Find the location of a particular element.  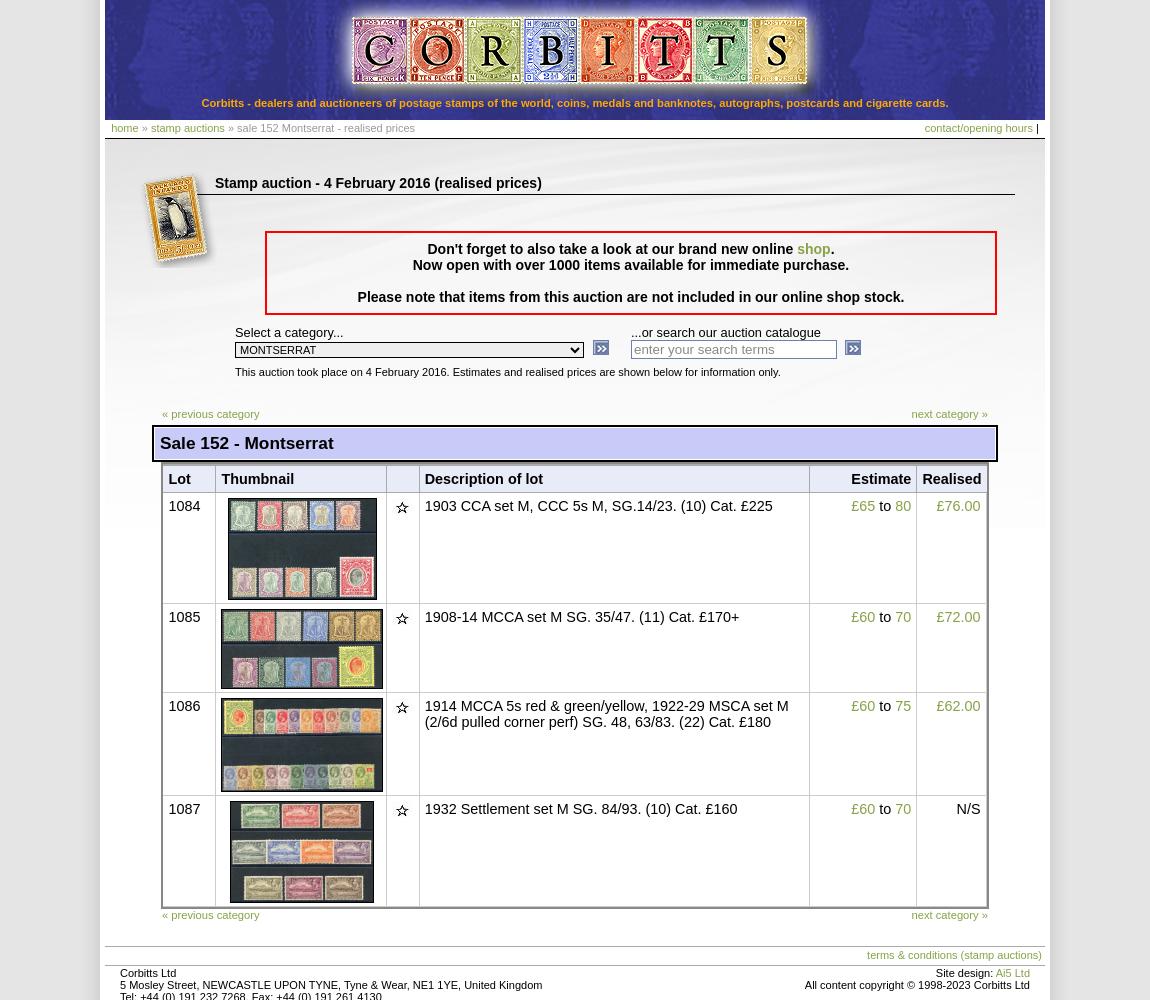

'£62.00' is located at coordinates (957, 705).